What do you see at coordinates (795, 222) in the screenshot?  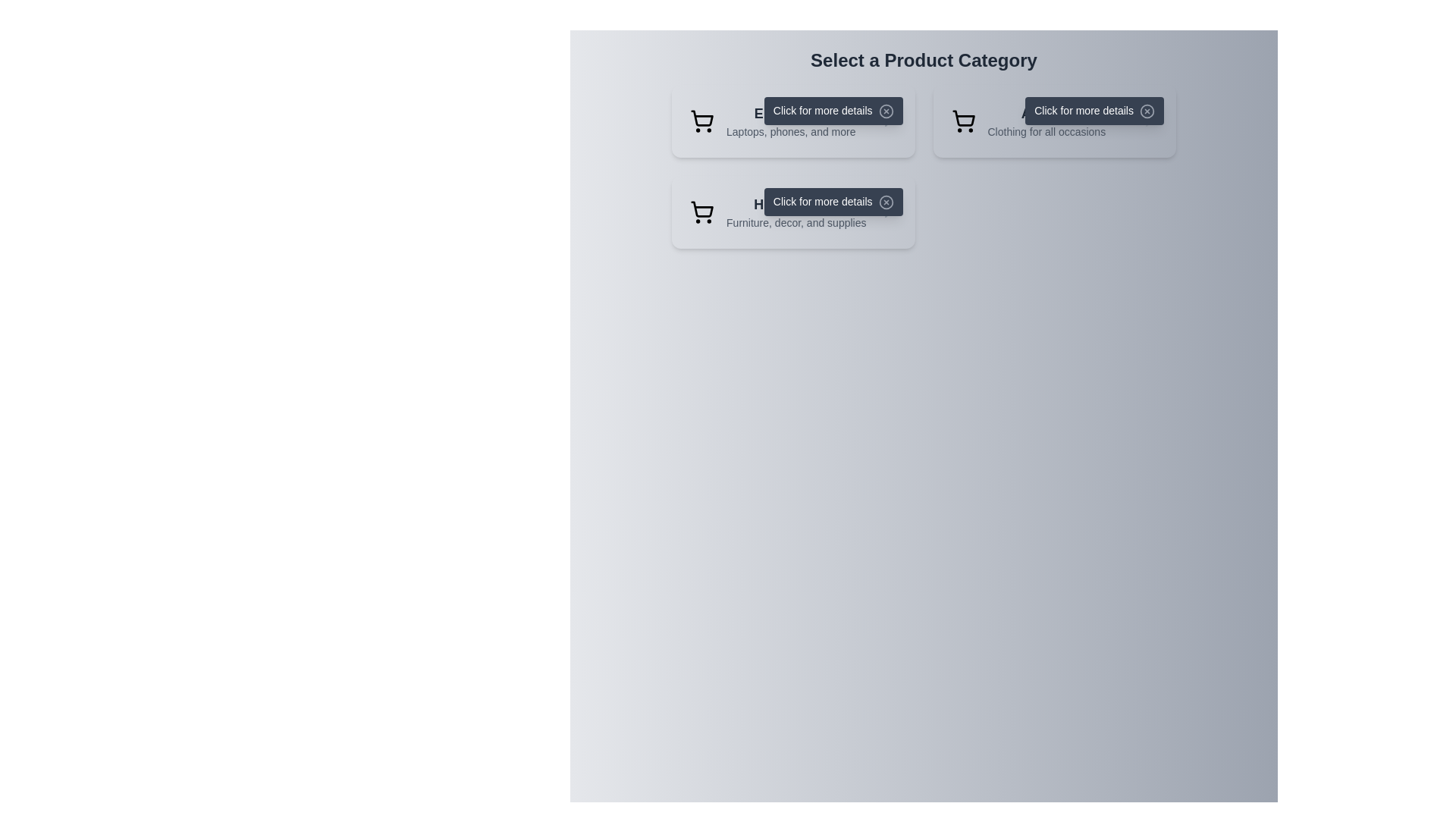 I see `the Text label that serves as a description for the 'Home Goods' category, positioned directly below the 'Home Goods' text` at bounding box center [795, 222].